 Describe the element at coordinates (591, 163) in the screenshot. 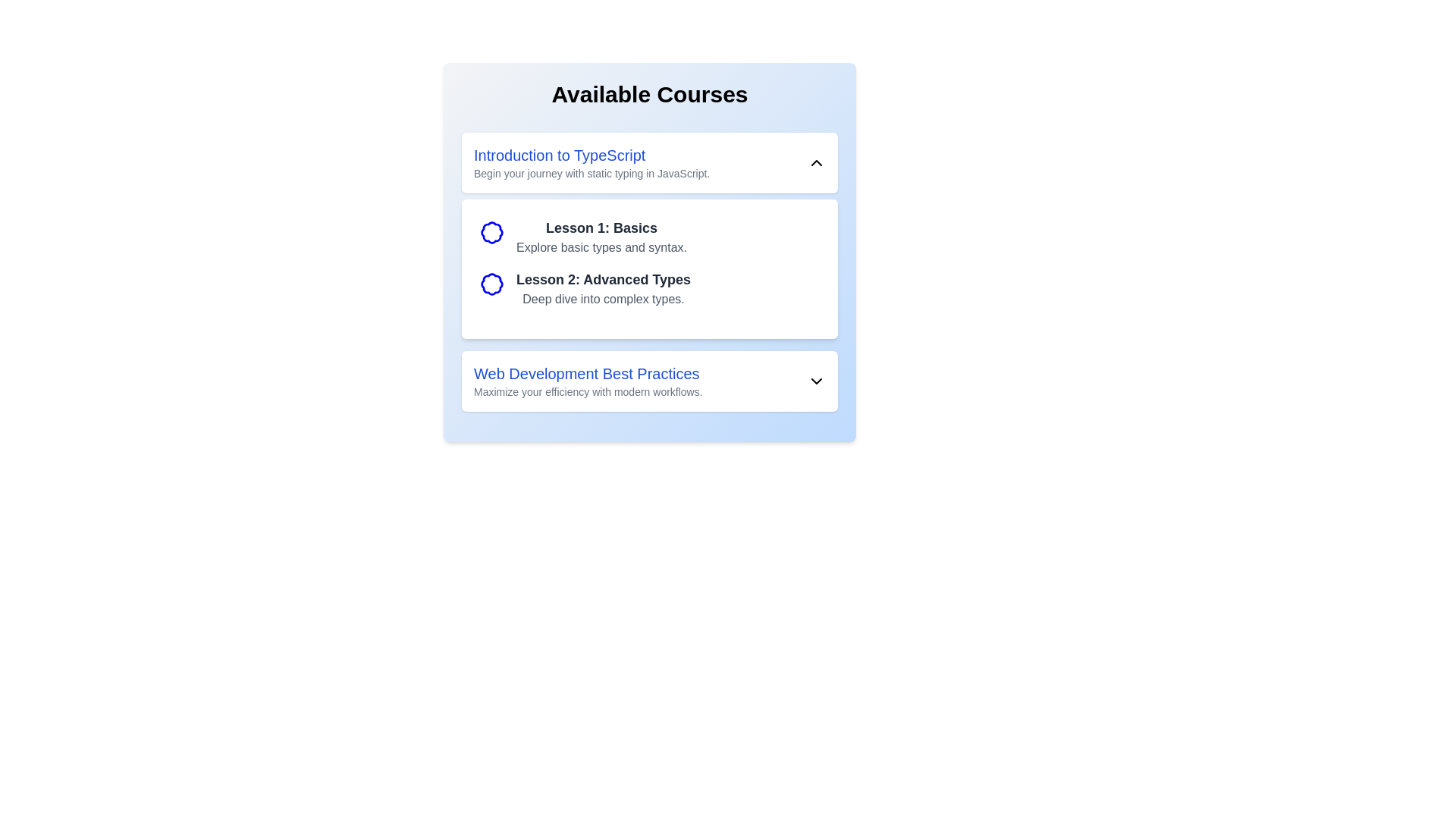

I see `the text block that serves as the title and description for the introductory TypeScript course` at that location.